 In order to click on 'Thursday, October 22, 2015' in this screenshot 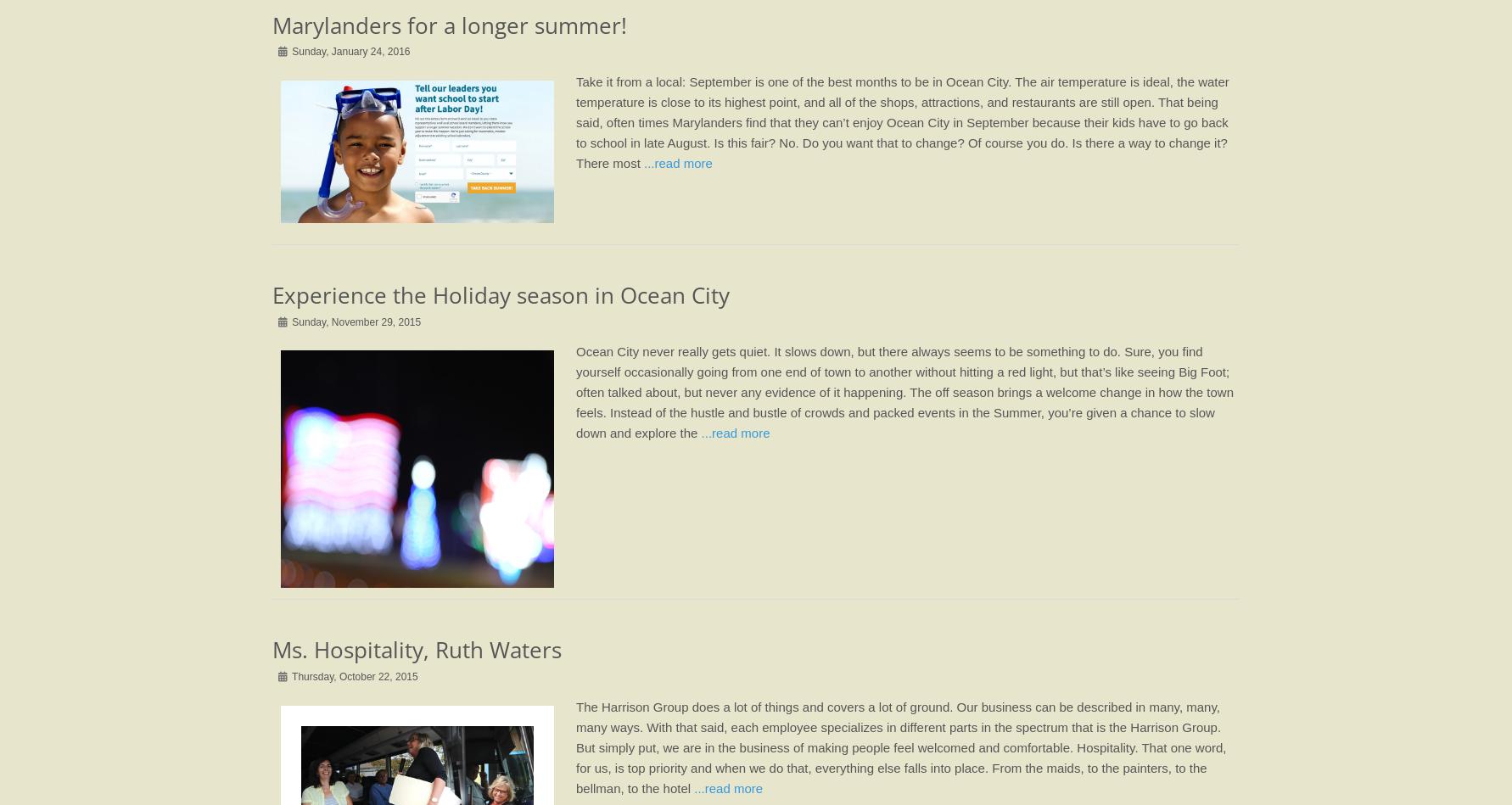, I will do `click(353, 674)`.